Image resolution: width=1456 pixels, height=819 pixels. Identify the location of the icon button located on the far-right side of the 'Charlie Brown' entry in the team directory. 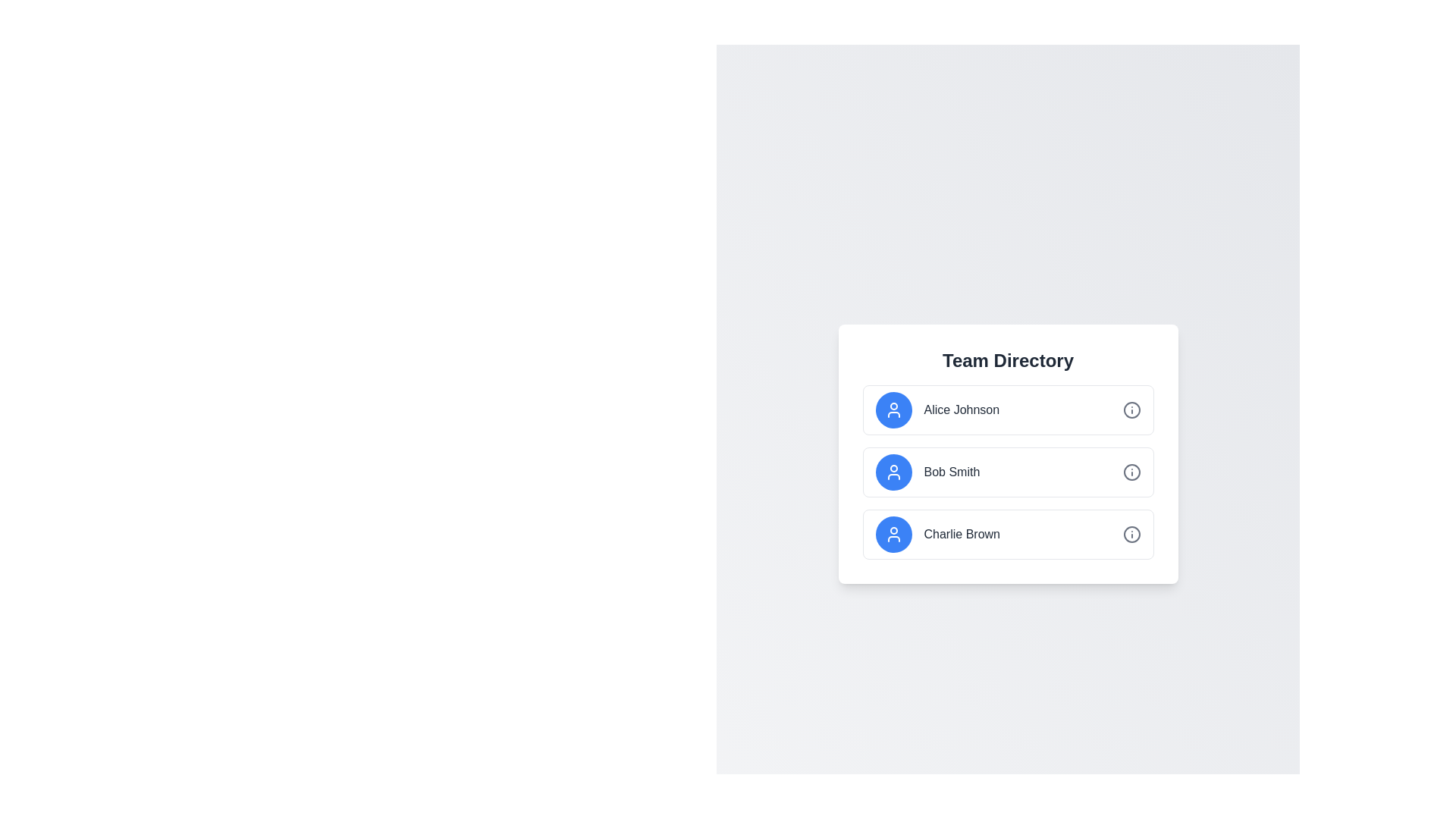
(1131, 534).